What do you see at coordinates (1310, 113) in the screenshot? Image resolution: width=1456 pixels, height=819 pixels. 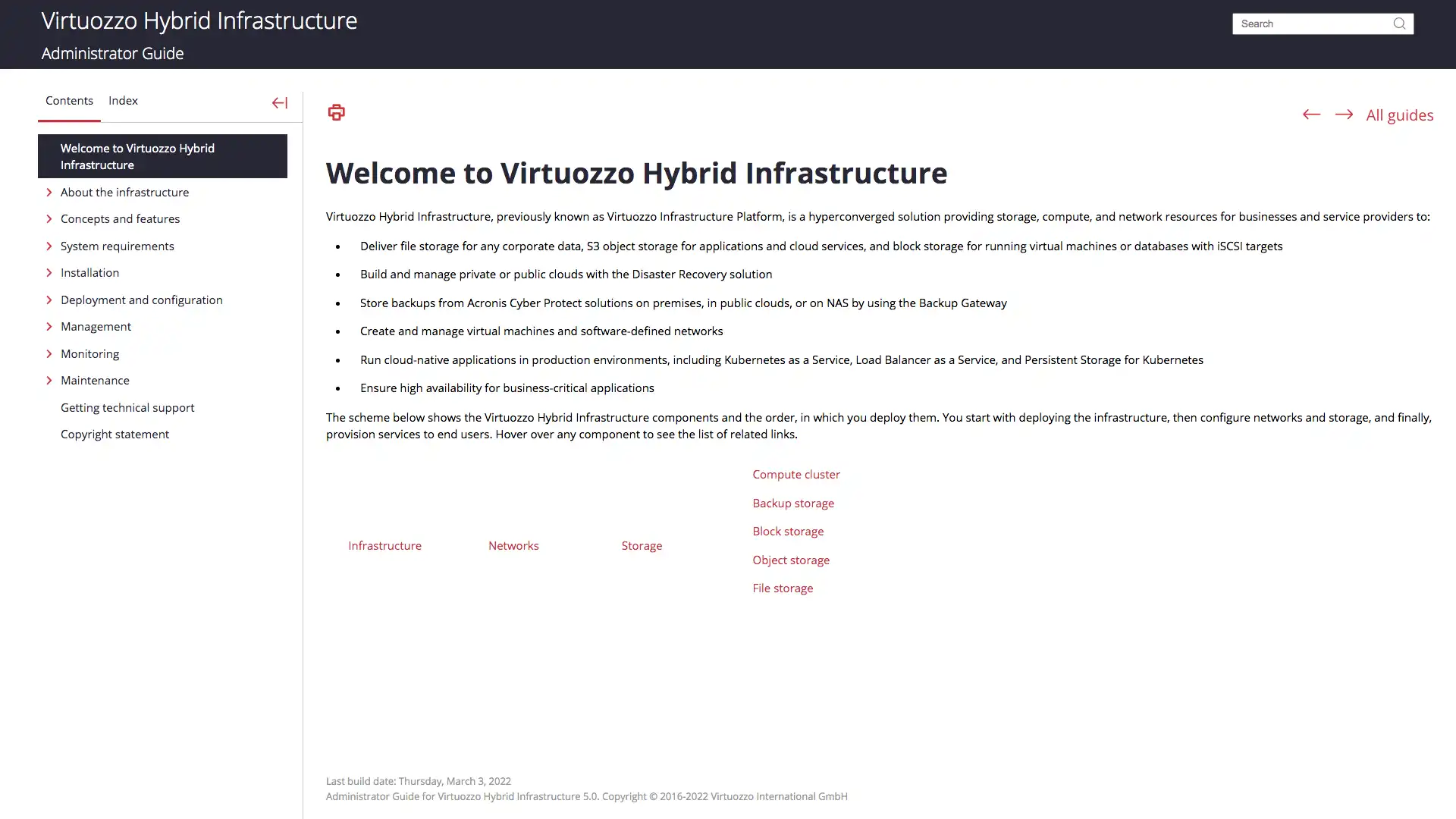 I see `Navigate previous` at bounding box center [1310, 113].